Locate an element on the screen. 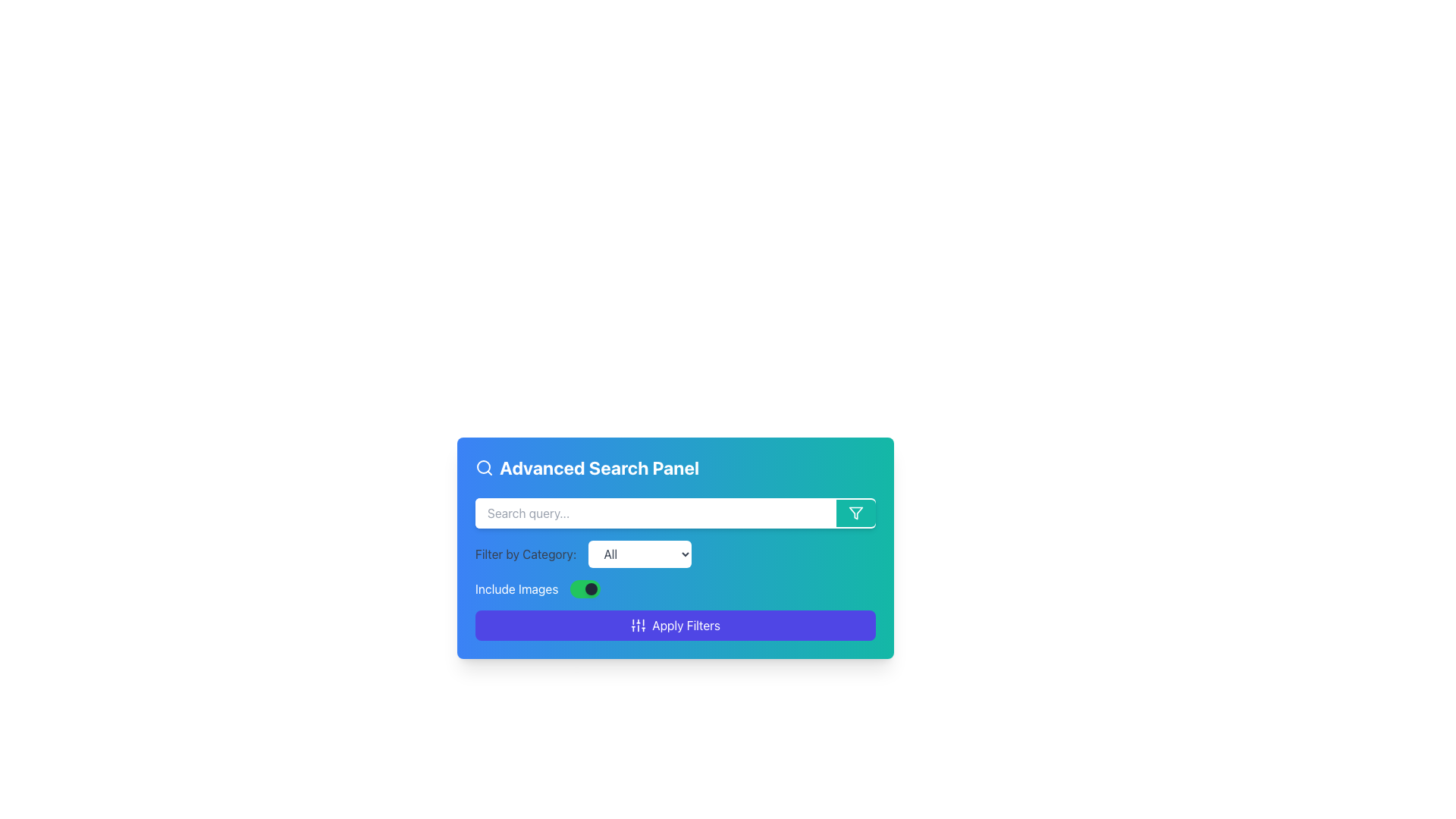 The image size is (1456, 819). the Toggle Marker of the 'Include Images' toggle switch in the Advanced Search Panel, which indicates the 'active' state is located at coordinates (591, 588).